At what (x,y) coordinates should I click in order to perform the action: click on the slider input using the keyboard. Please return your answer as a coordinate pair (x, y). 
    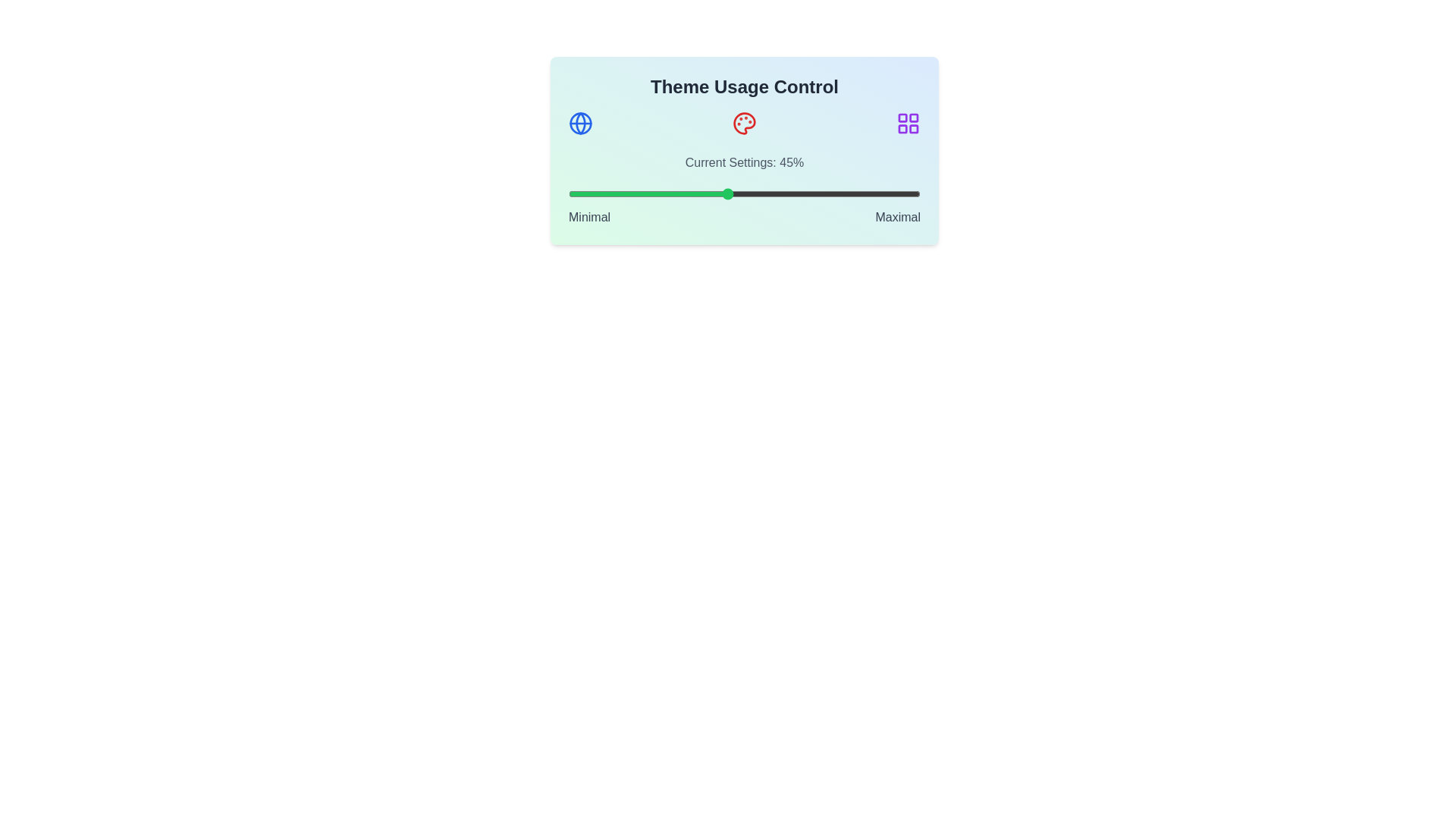
    Looking at the image, I should click on (745, 193).